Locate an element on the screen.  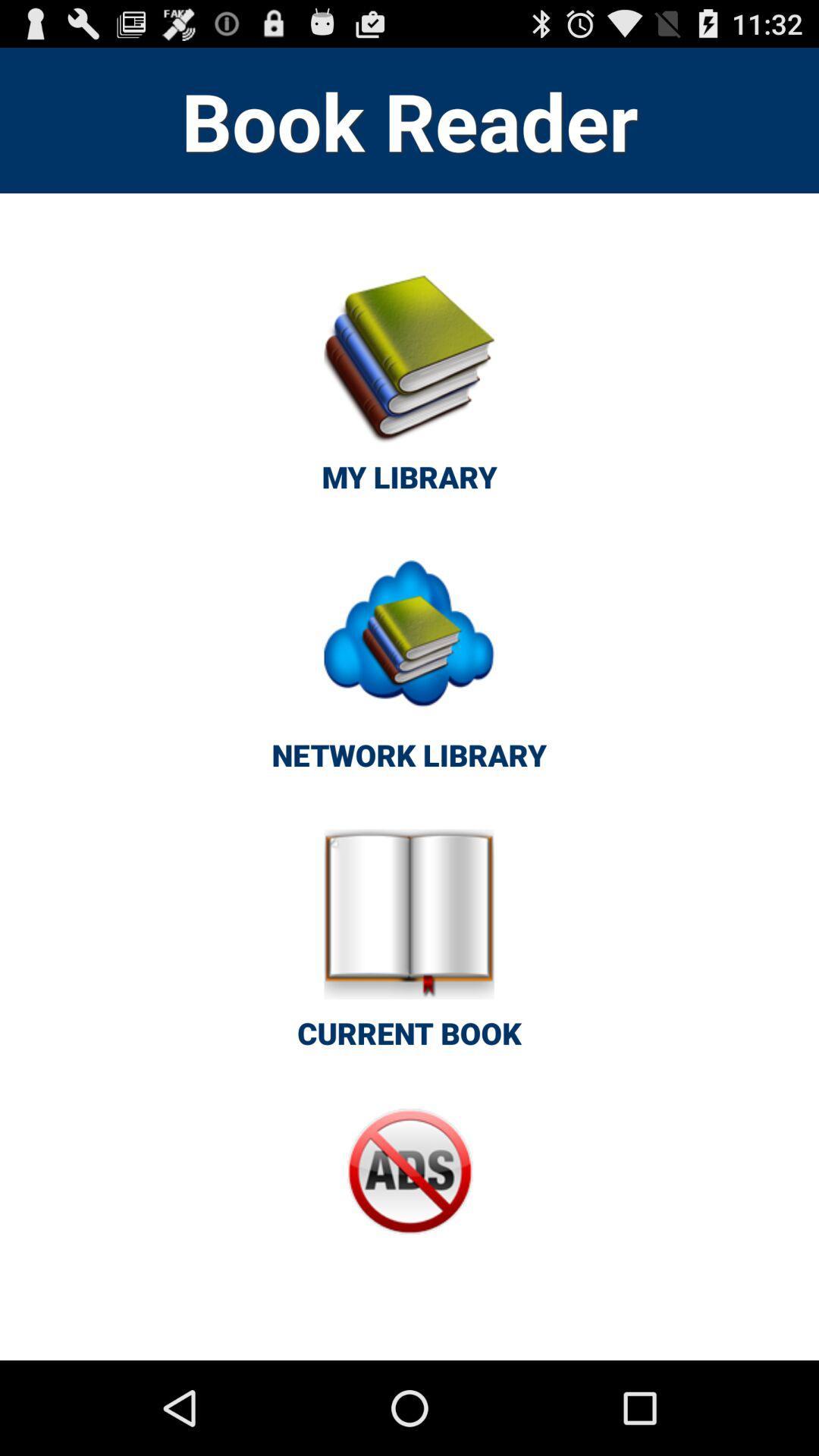
current book is located at coordinates (409, 947).